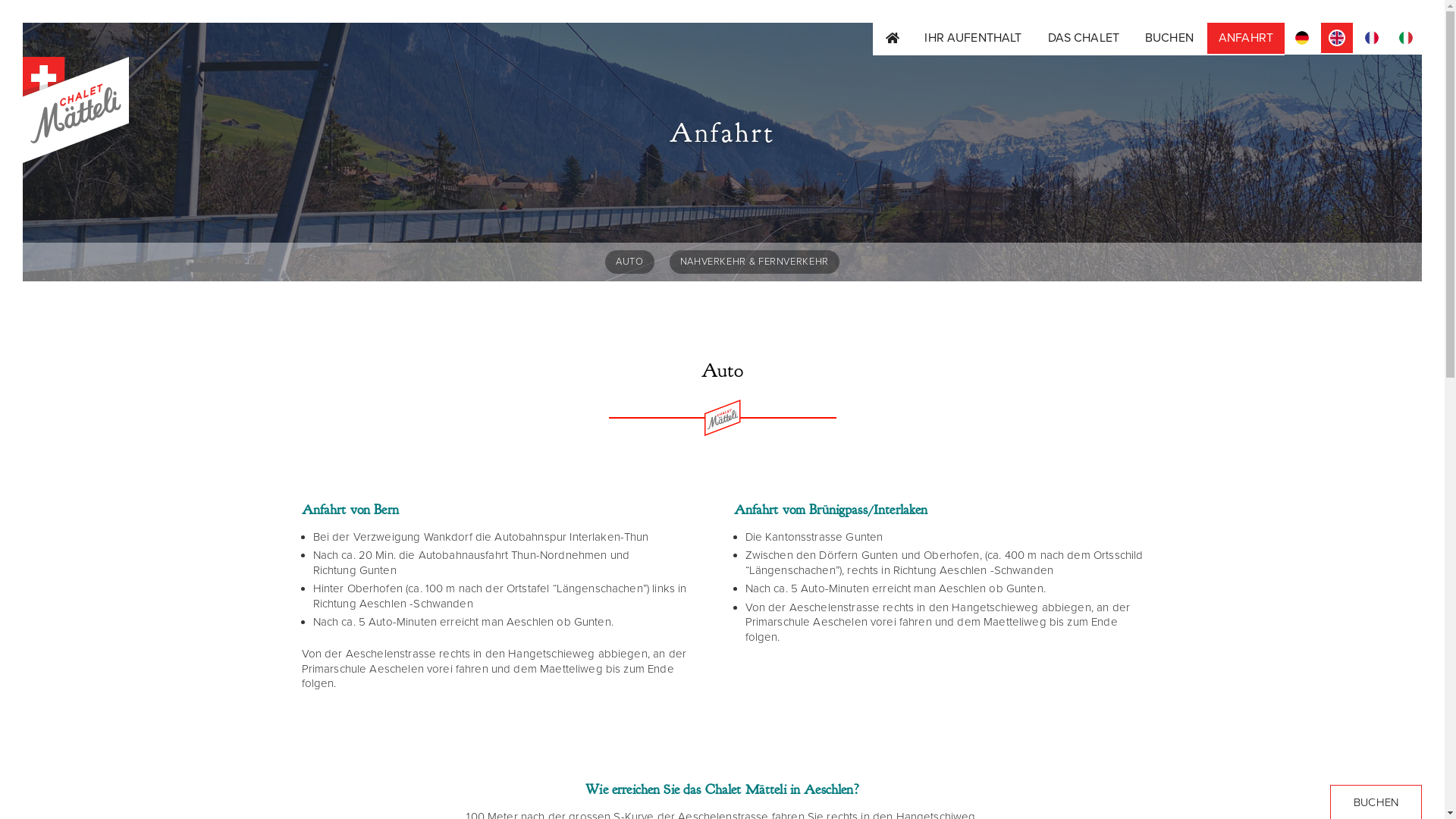 Image resolution: width=1456 pixels, height=819 pixels. I want to click on 'IHR AUFENTHALT', so click(972, 38).